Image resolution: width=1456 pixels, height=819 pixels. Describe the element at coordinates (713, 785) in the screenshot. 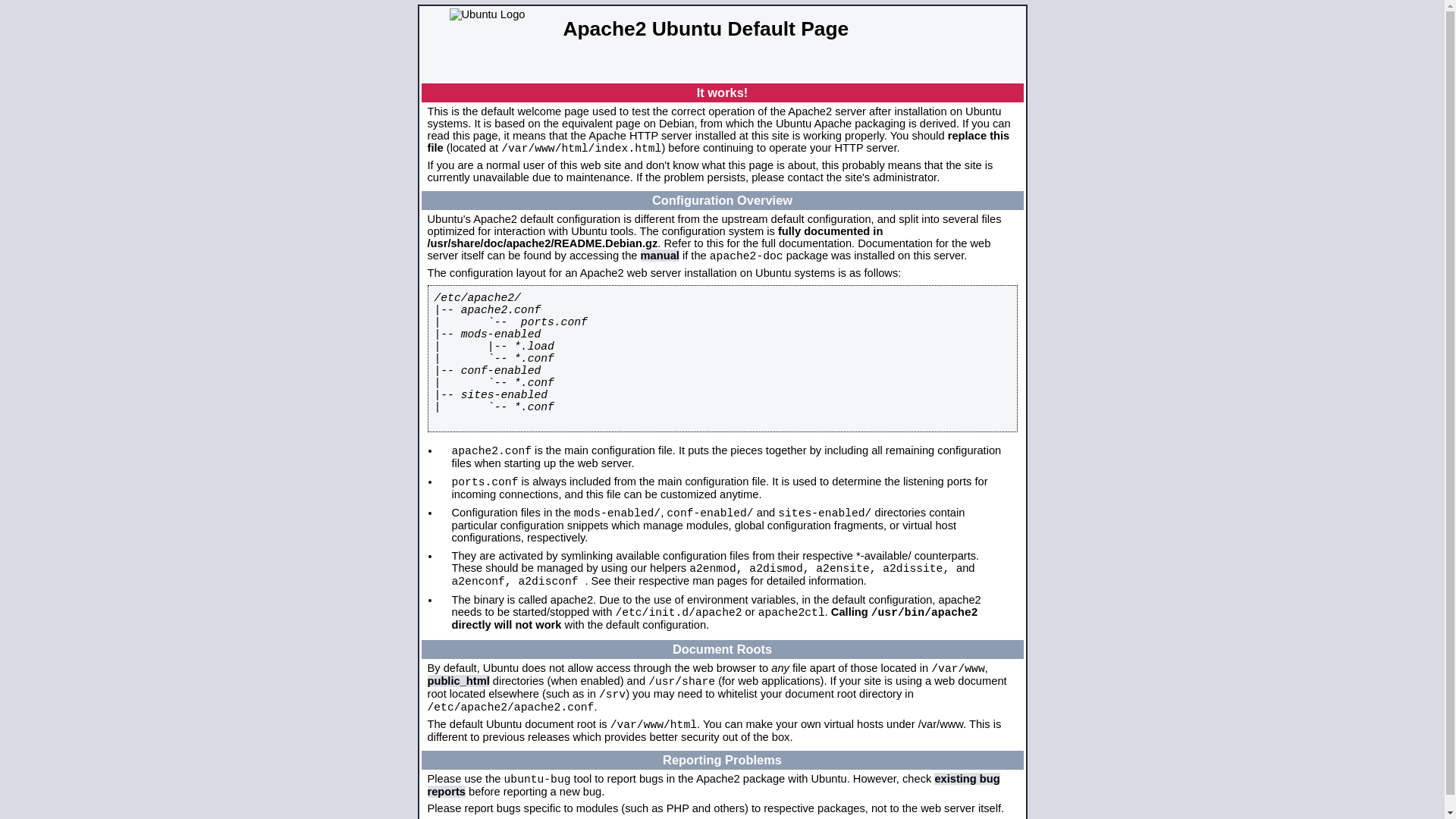

I see `'existing bug reports'` at that location.